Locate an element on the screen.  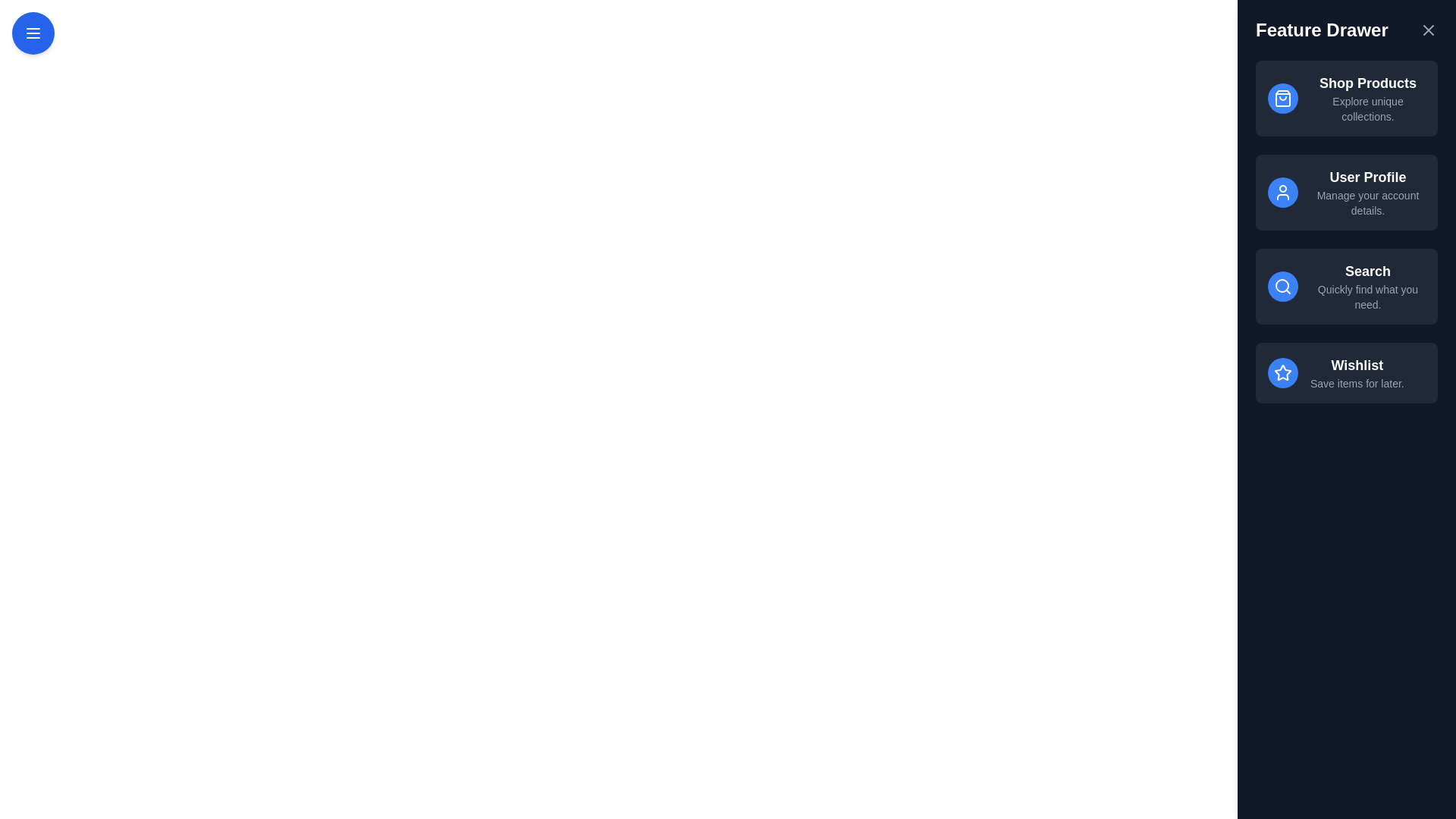
the close button of the drawer to close it is located at coordinates (1427, 30).